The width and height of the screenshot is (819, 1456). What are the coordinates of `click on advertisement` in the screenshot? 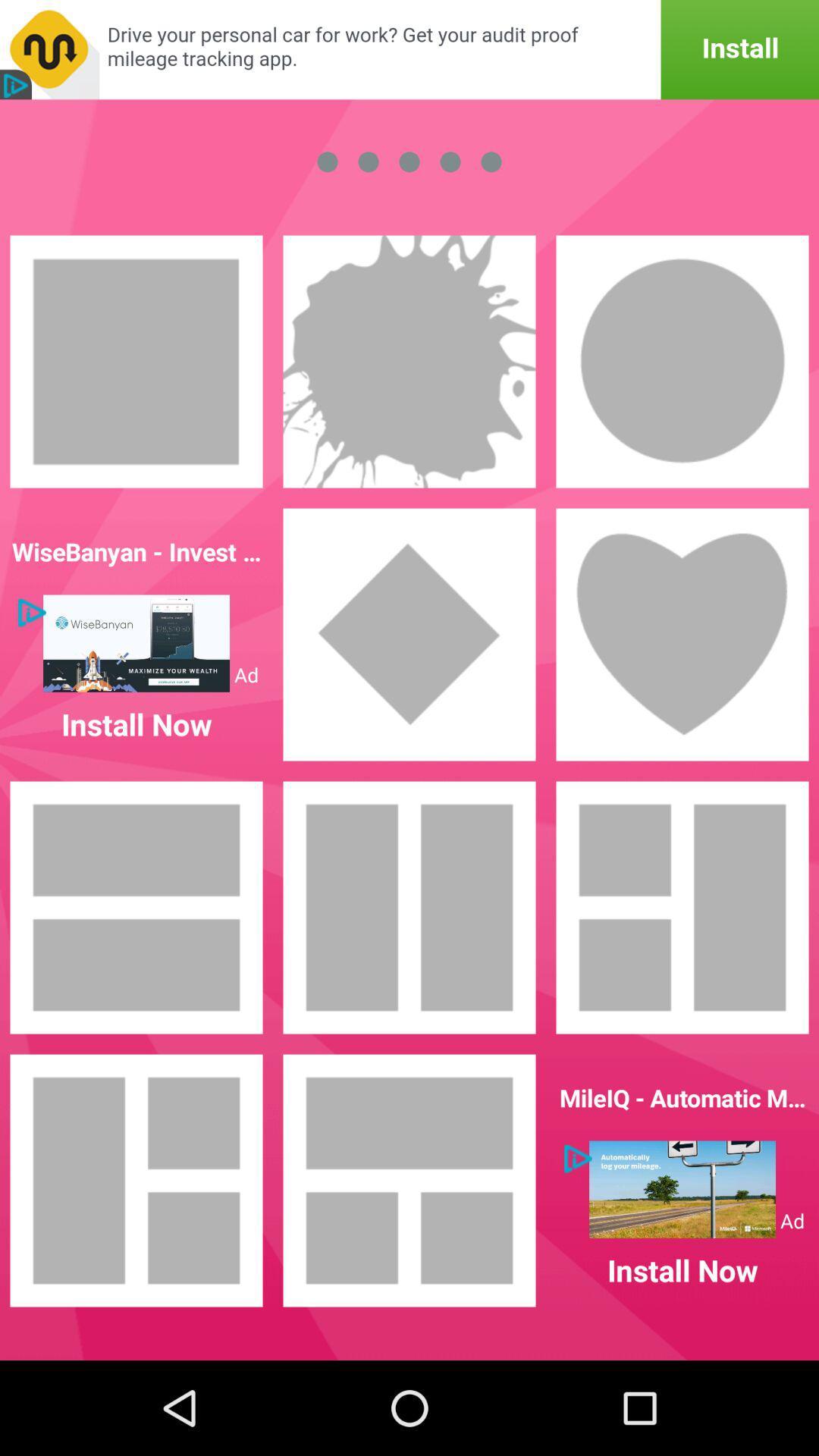 It's located at (681, 1188).